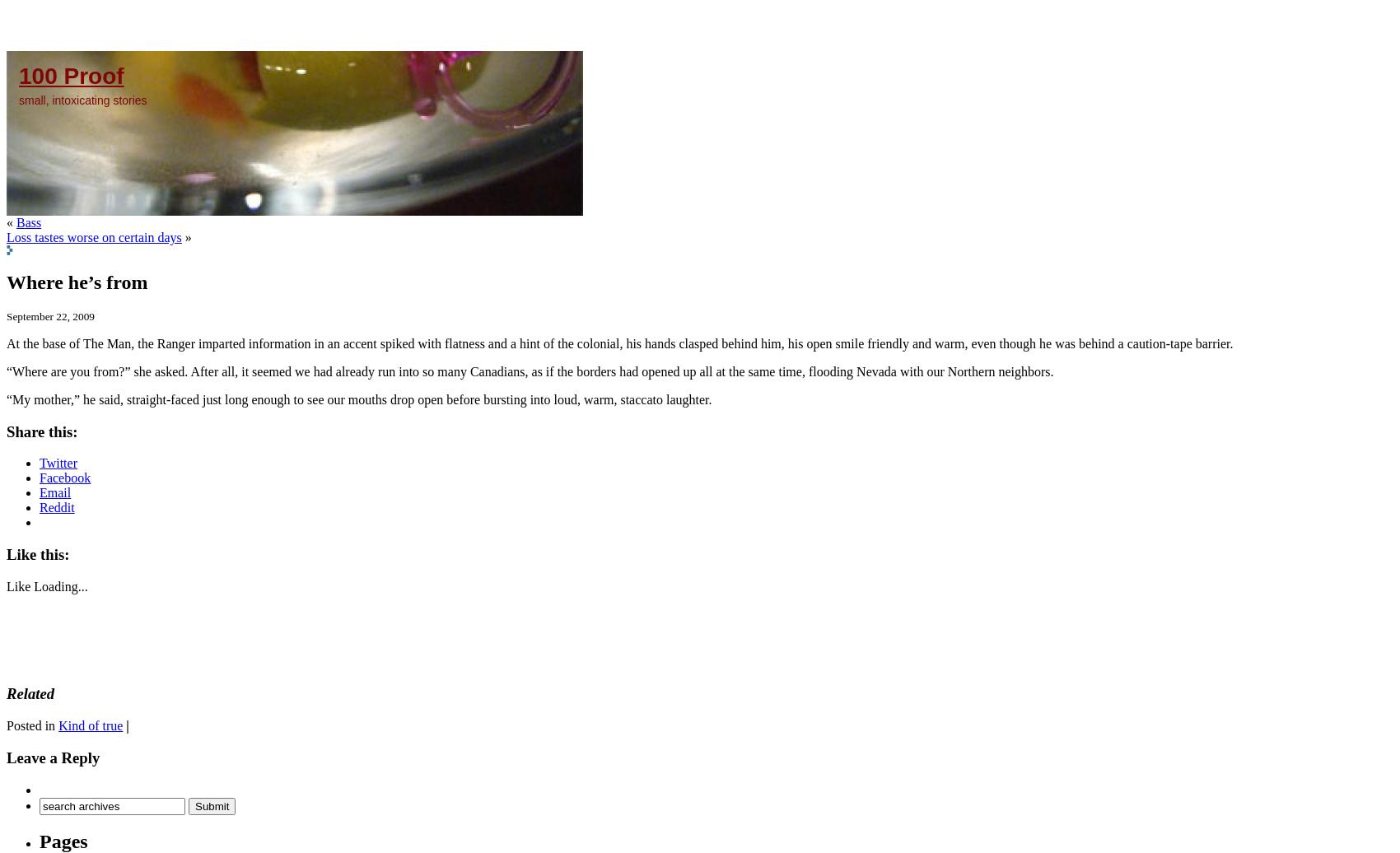  I want to click on 'Pages', so click(63, 841).